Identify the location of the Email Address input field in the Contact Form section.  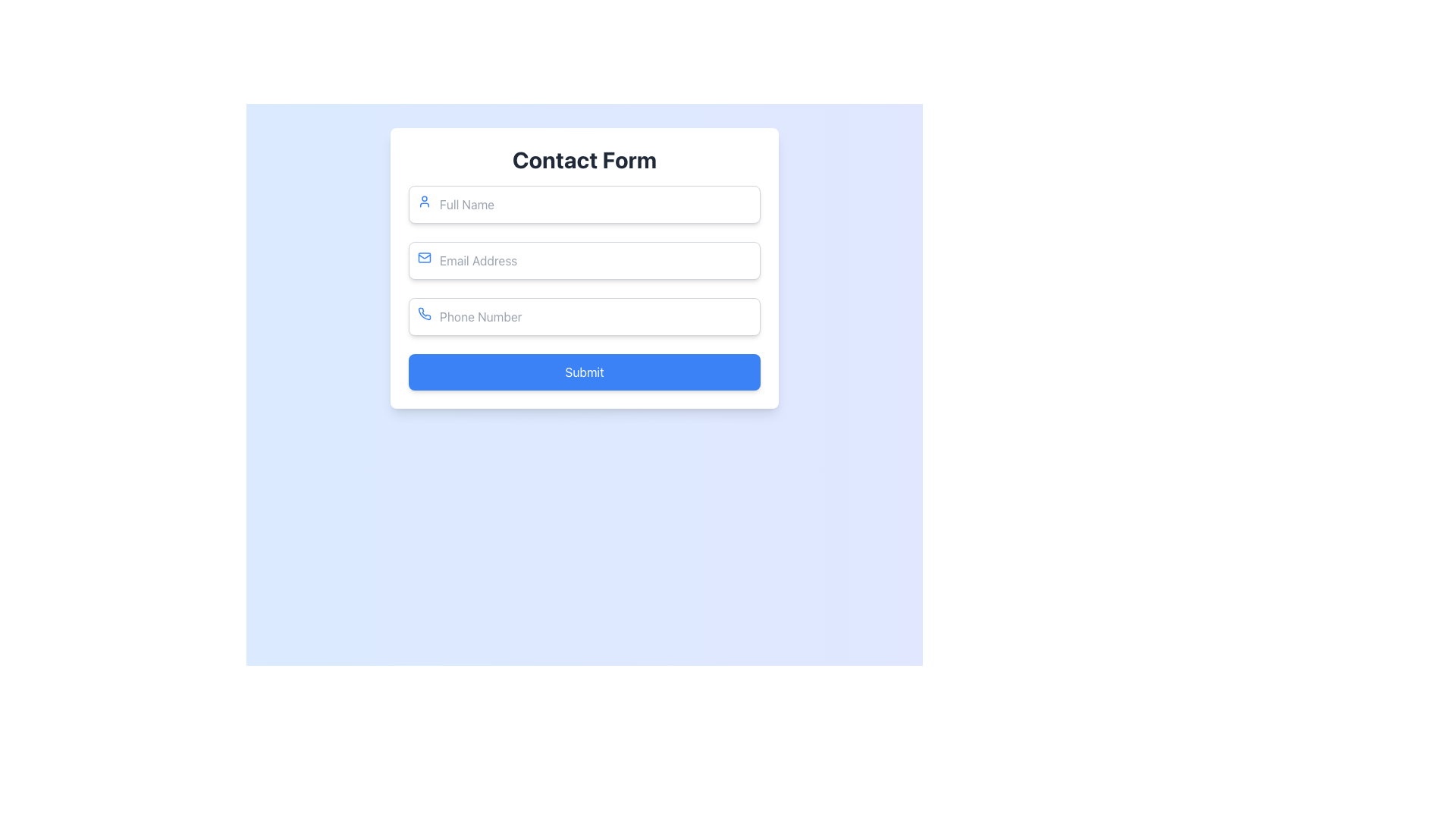
(584, 268).